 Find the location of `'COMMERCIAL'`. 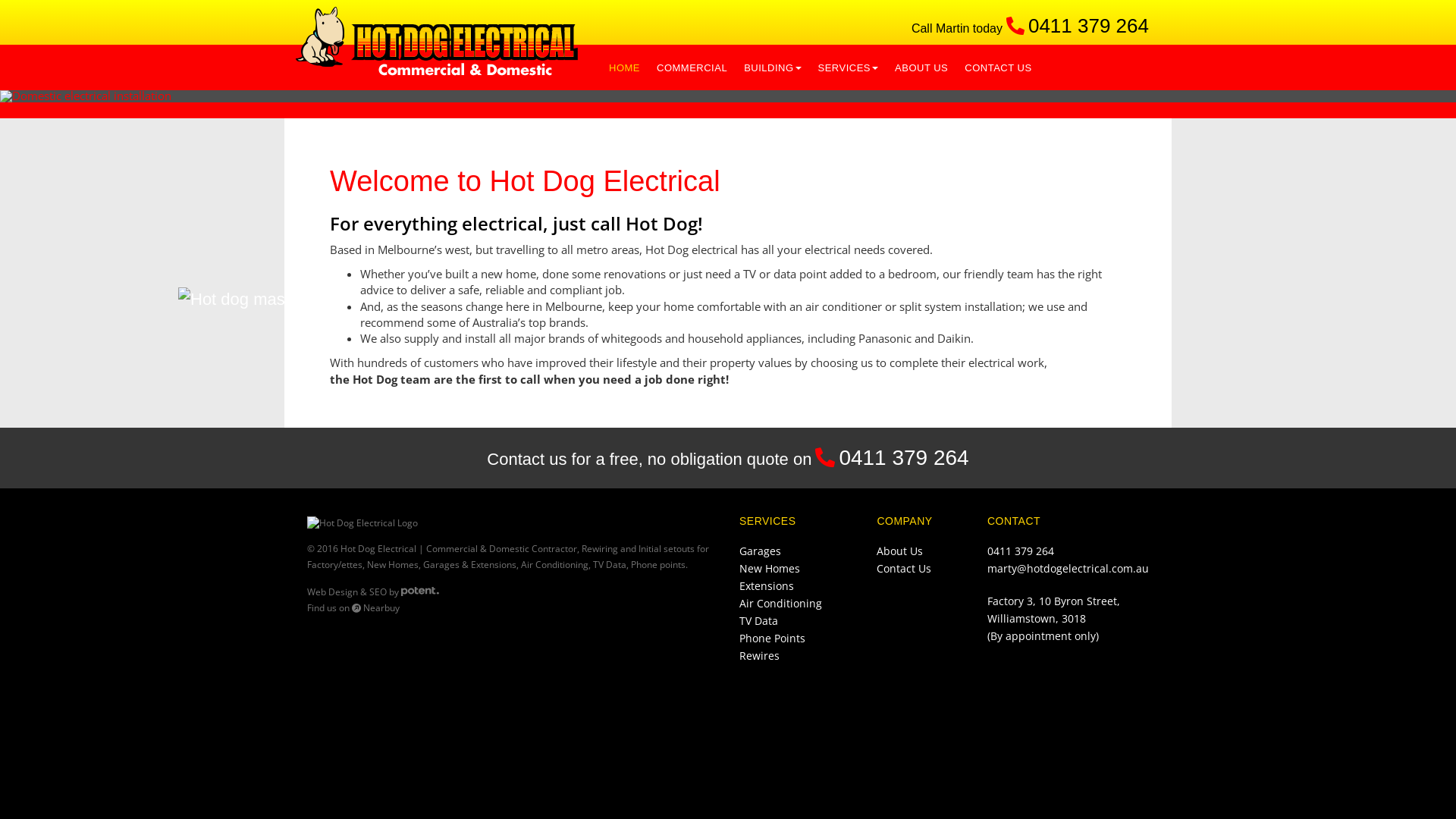

'COMMERCIAL' is located at coordinates (691, 66).